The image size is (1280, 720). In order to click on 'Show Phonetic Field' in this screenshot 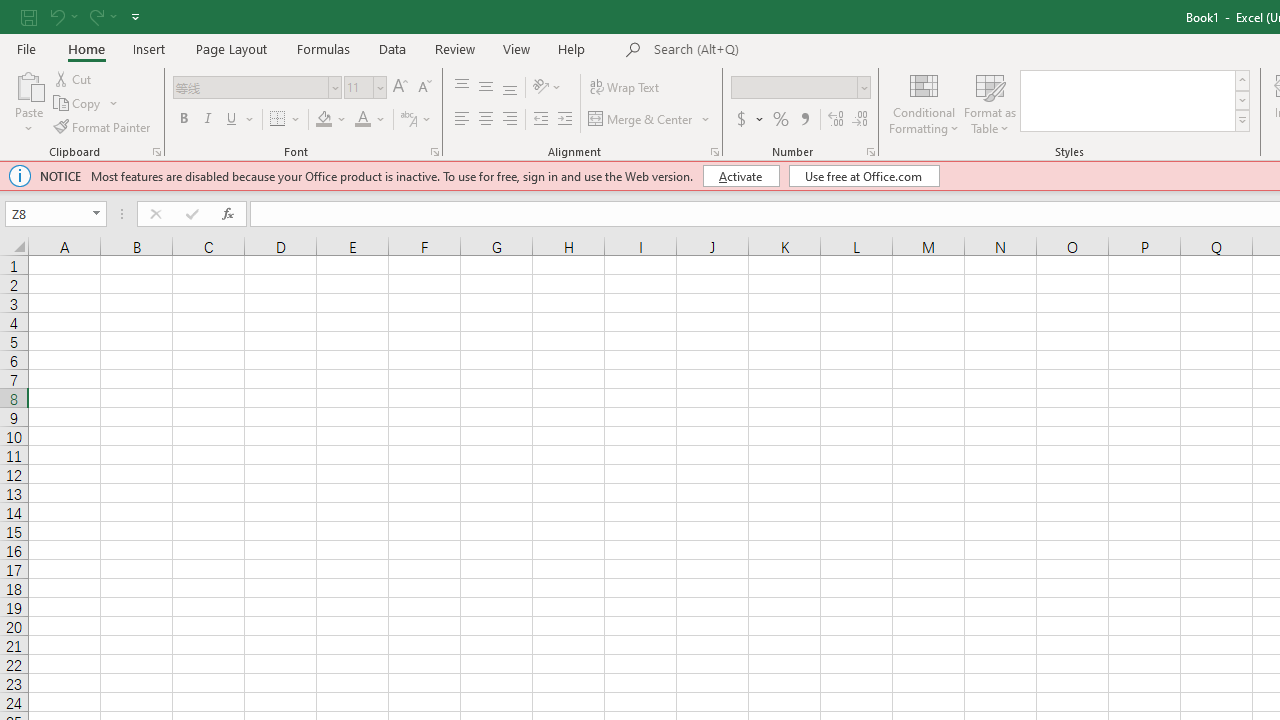, I will do `click(407, 119)`.